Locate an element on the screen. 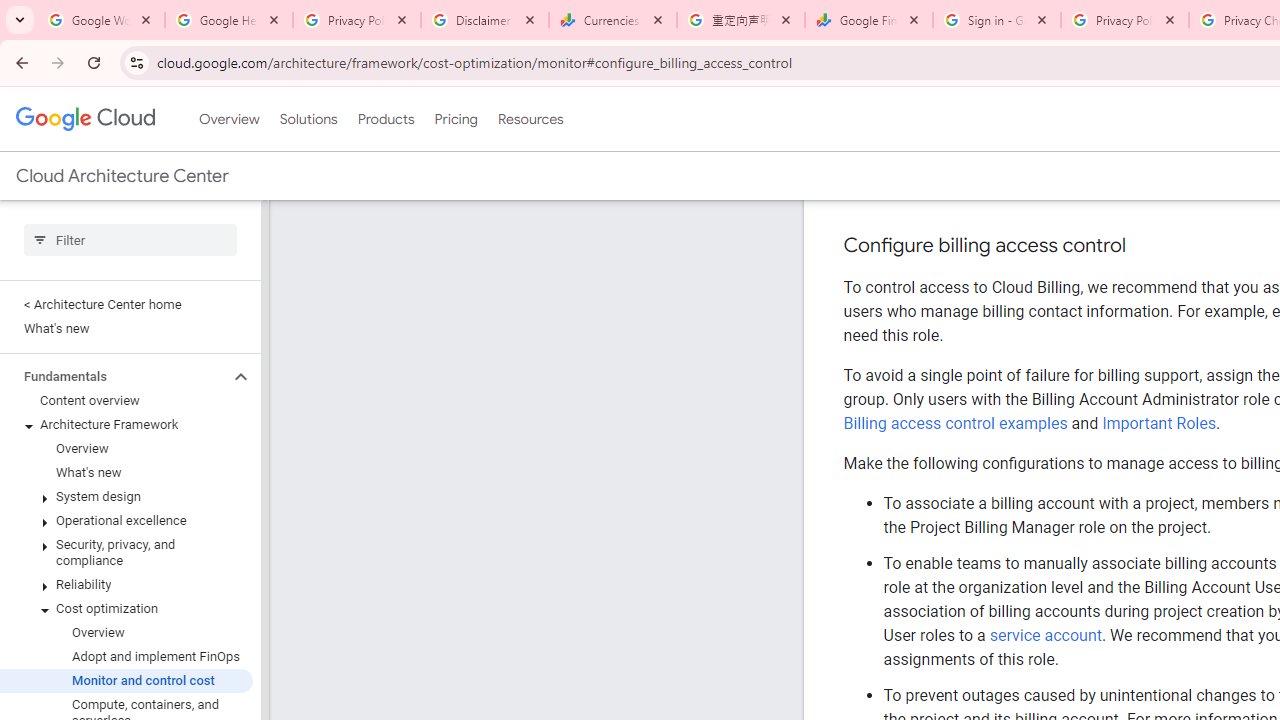 This screenshot has width=1280, height=720. 'Architecture Framework' is located at coordinates (125, 424).